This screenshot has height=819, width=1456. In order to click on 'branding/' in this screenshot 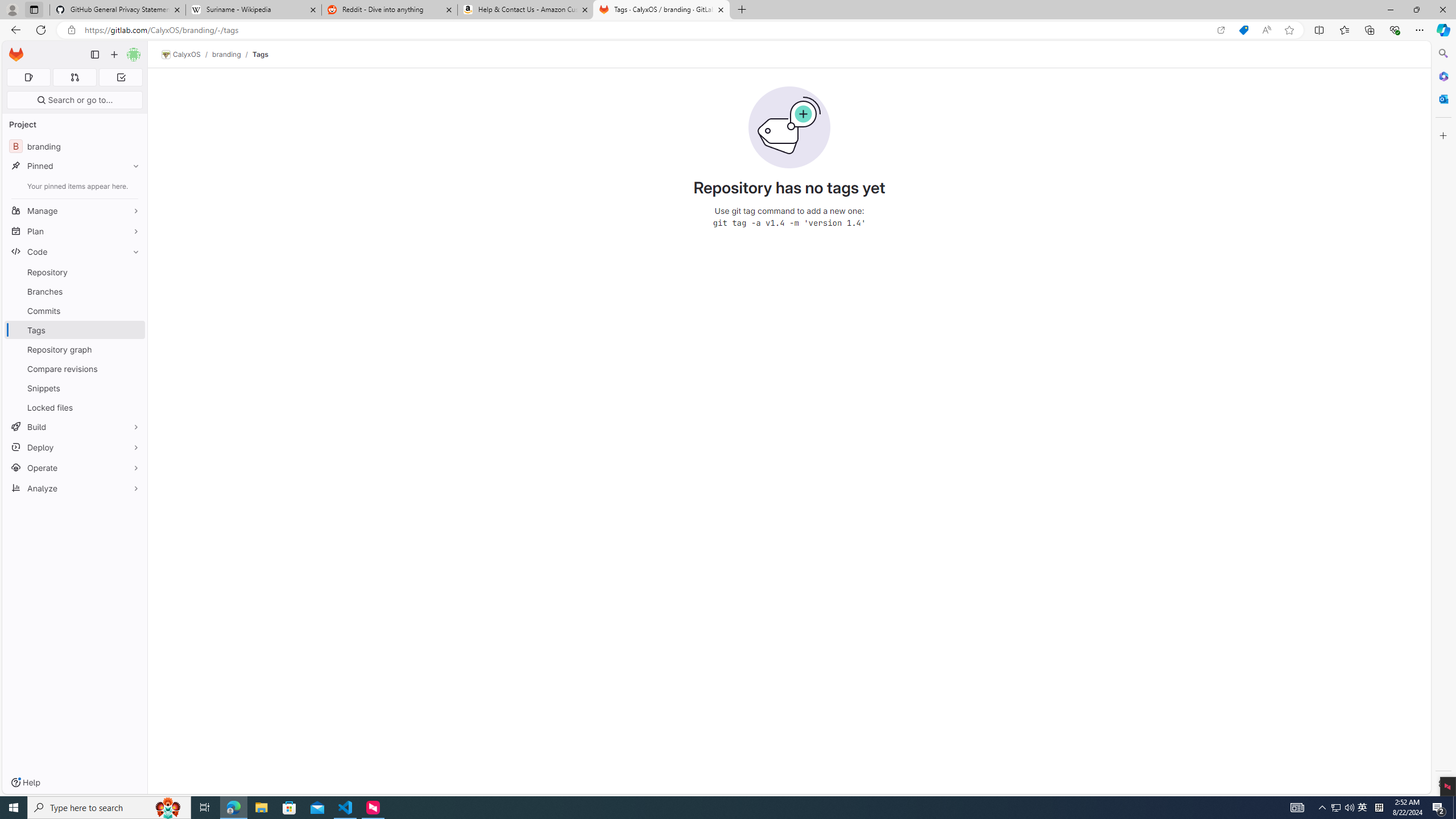, I will do `click(231, 54)`.